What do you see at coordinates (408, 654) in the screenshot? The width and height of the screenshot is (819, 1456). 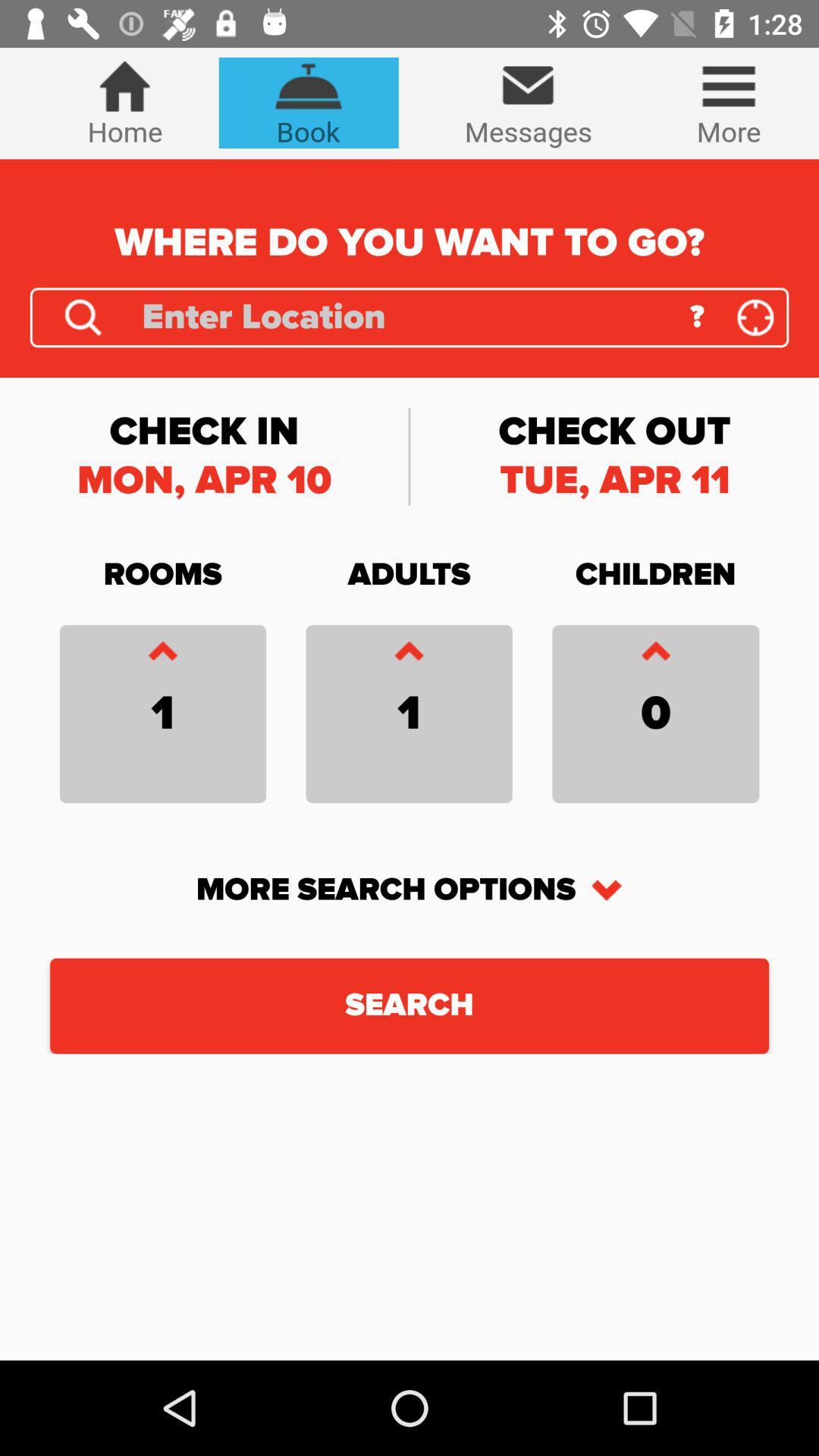 I see `increase number of adults` at bounding box center [408, 654].